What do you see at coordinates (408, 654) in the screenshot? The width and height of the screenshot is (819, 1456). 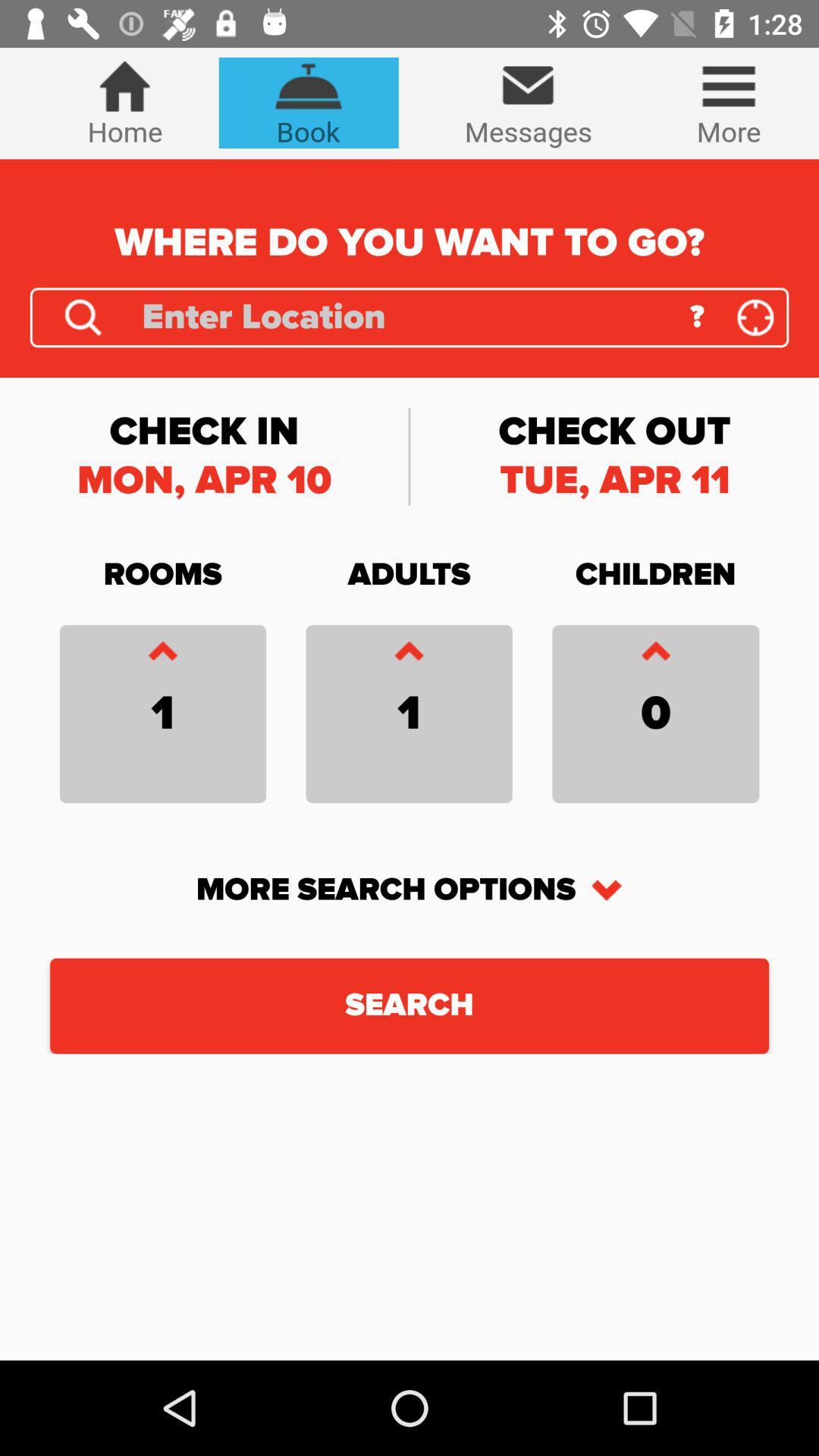 I see `increase number of adults` at bounding box center [408, 654].